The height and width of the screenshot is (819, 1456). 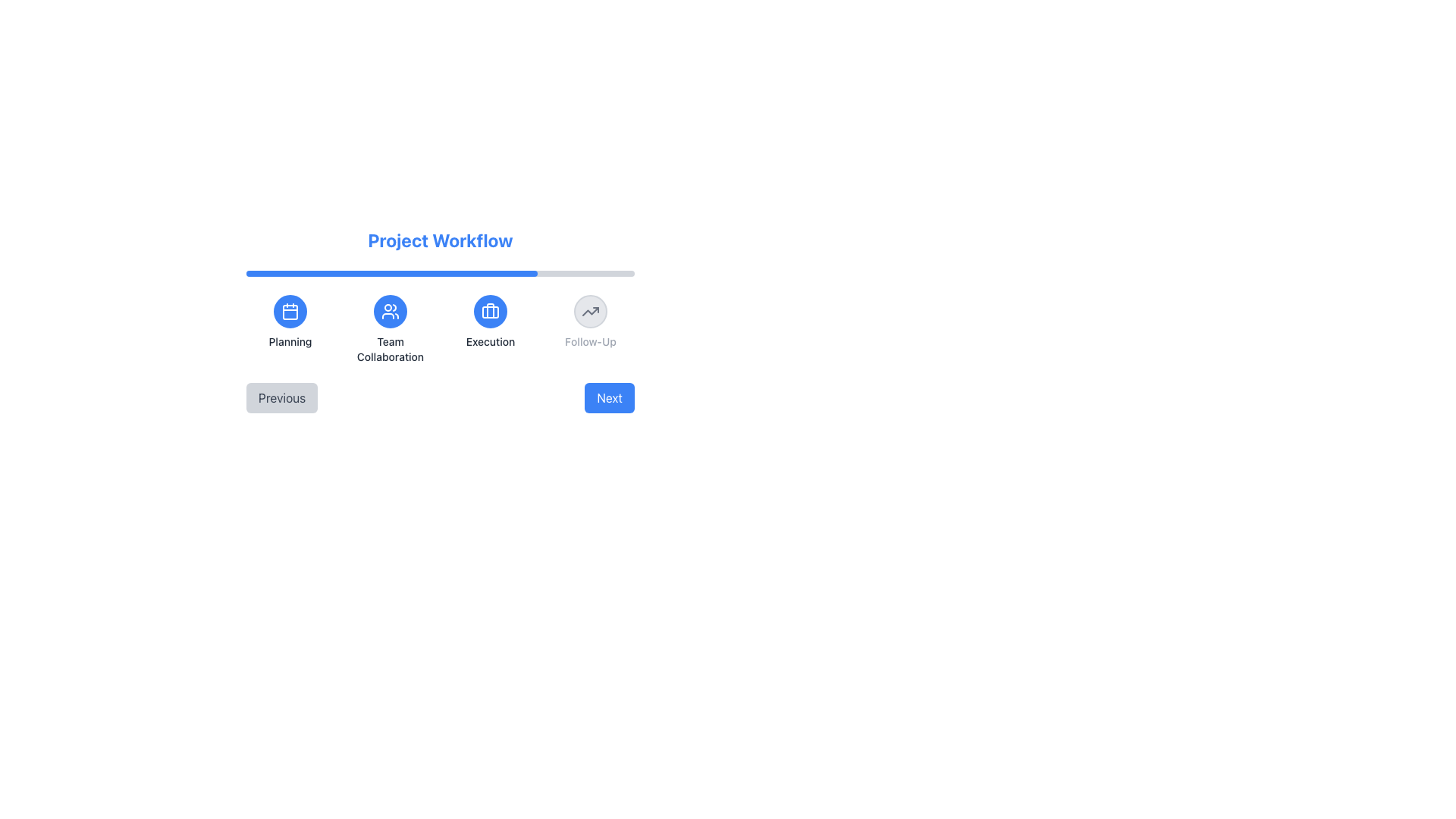 I want to click on the Informational icon representing the 'Follow-Up' stage in the workflow, located on the far right side of the grid layout, so click(x=589, y=329).